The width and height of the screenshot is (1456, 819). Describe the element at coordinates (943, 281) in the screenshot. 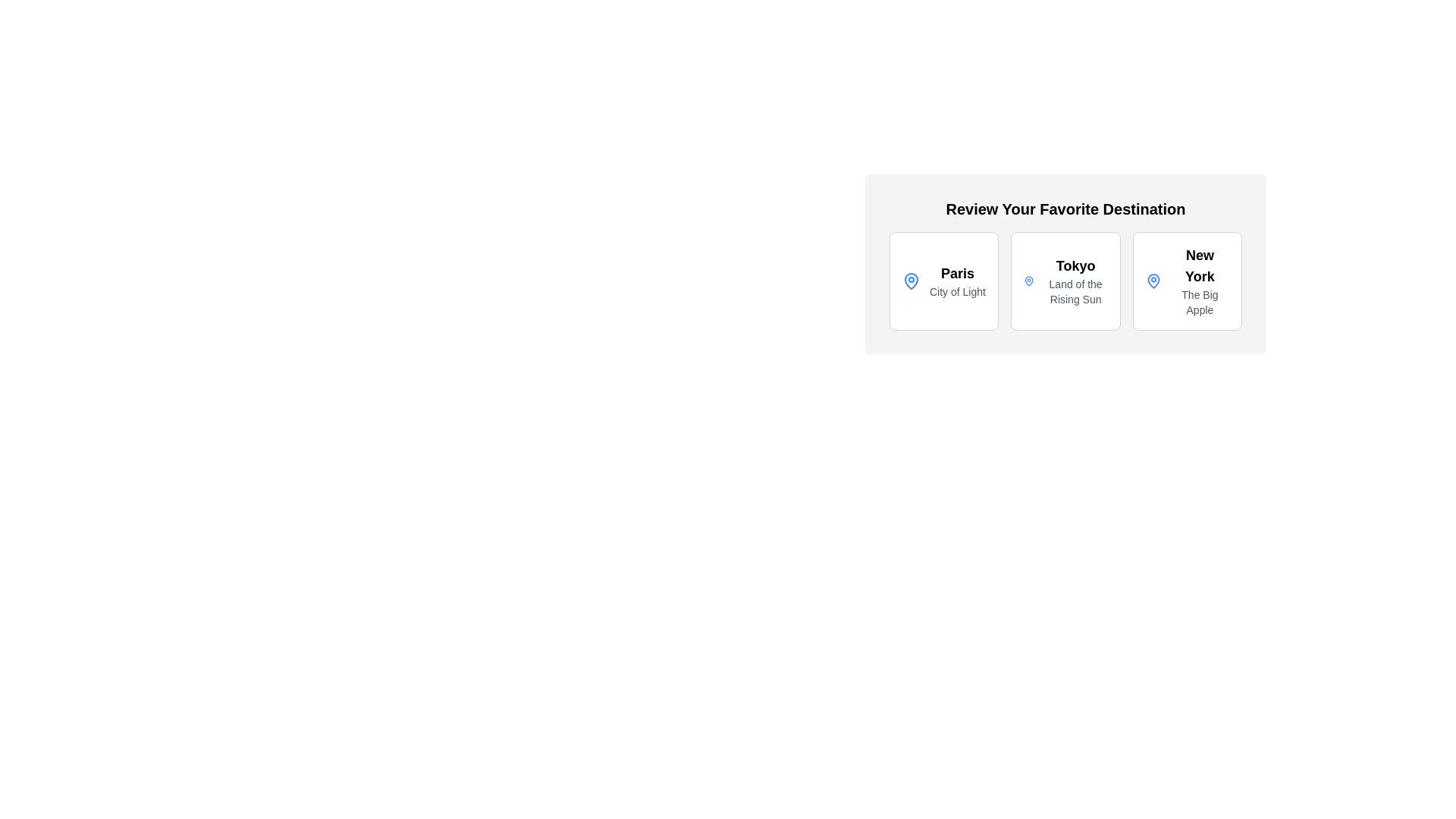

I see `the button representing the city 'Paris', labeled 'City of Light'` at that location.